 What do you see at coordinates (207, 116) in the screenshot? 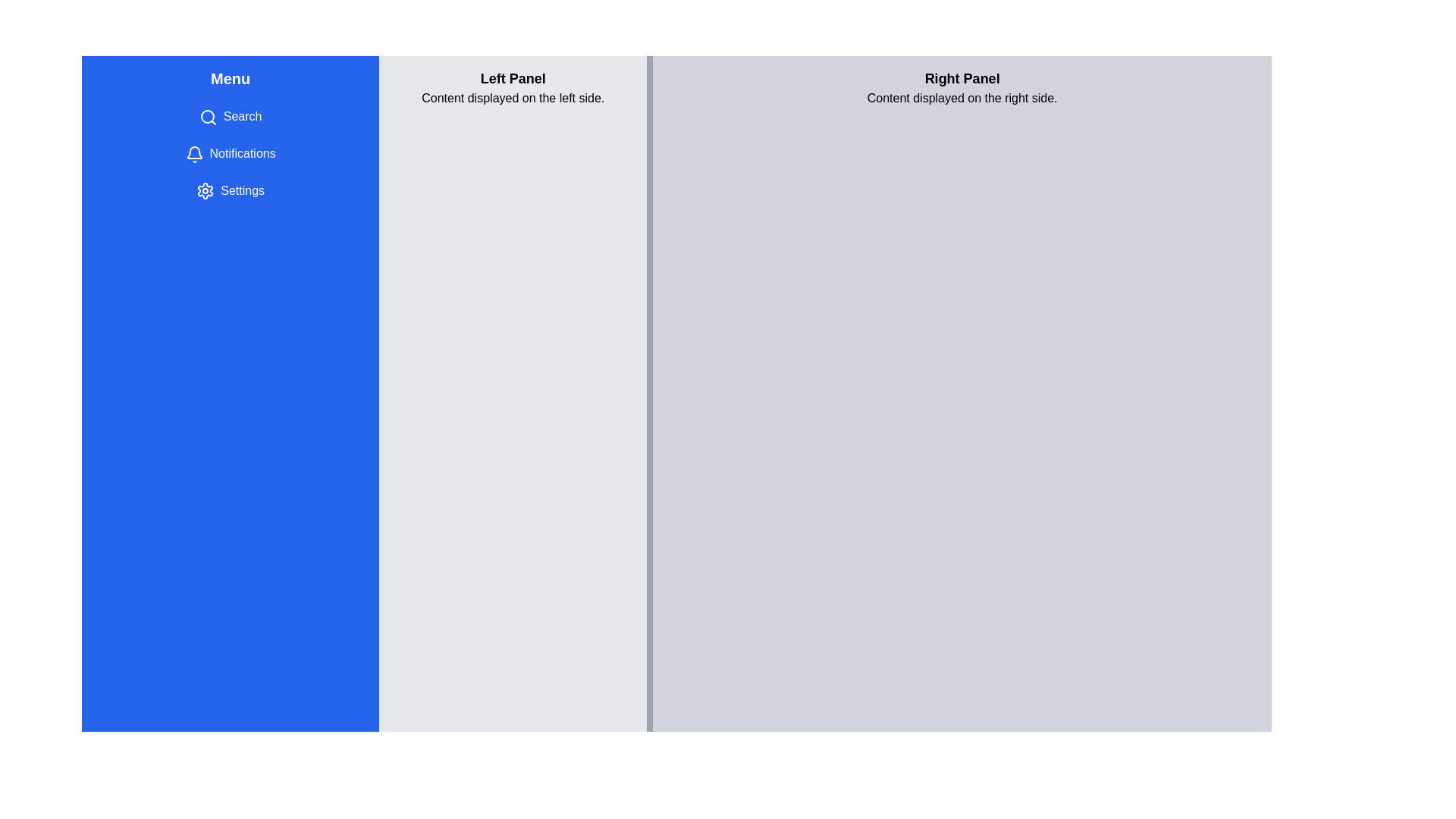
I see `the magnifying glass icon in the blue sidebar to initiate a search action` at bounding box center [207, 116].